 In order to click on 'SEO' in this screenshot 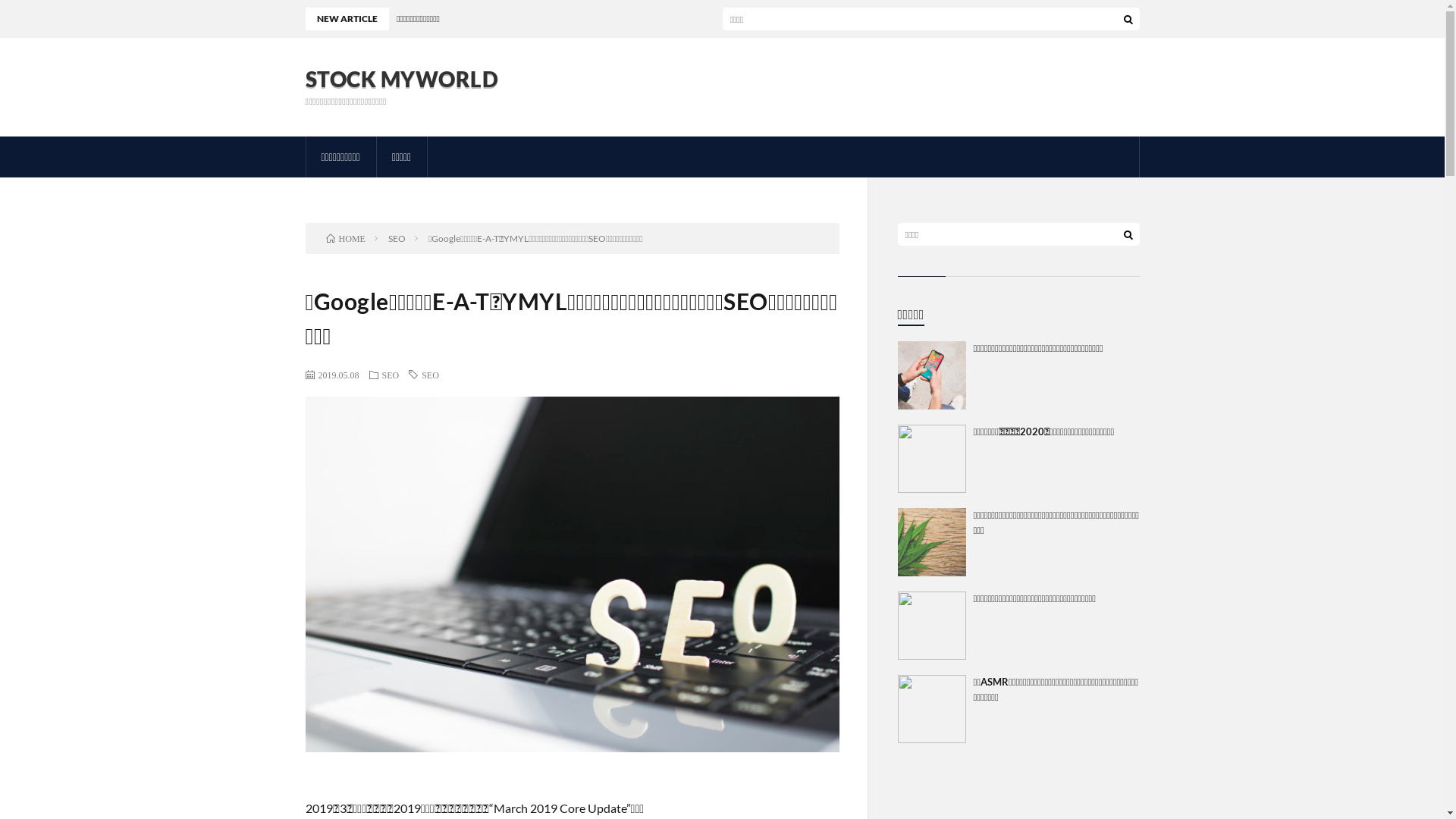, I will do `click(397, 238)`.